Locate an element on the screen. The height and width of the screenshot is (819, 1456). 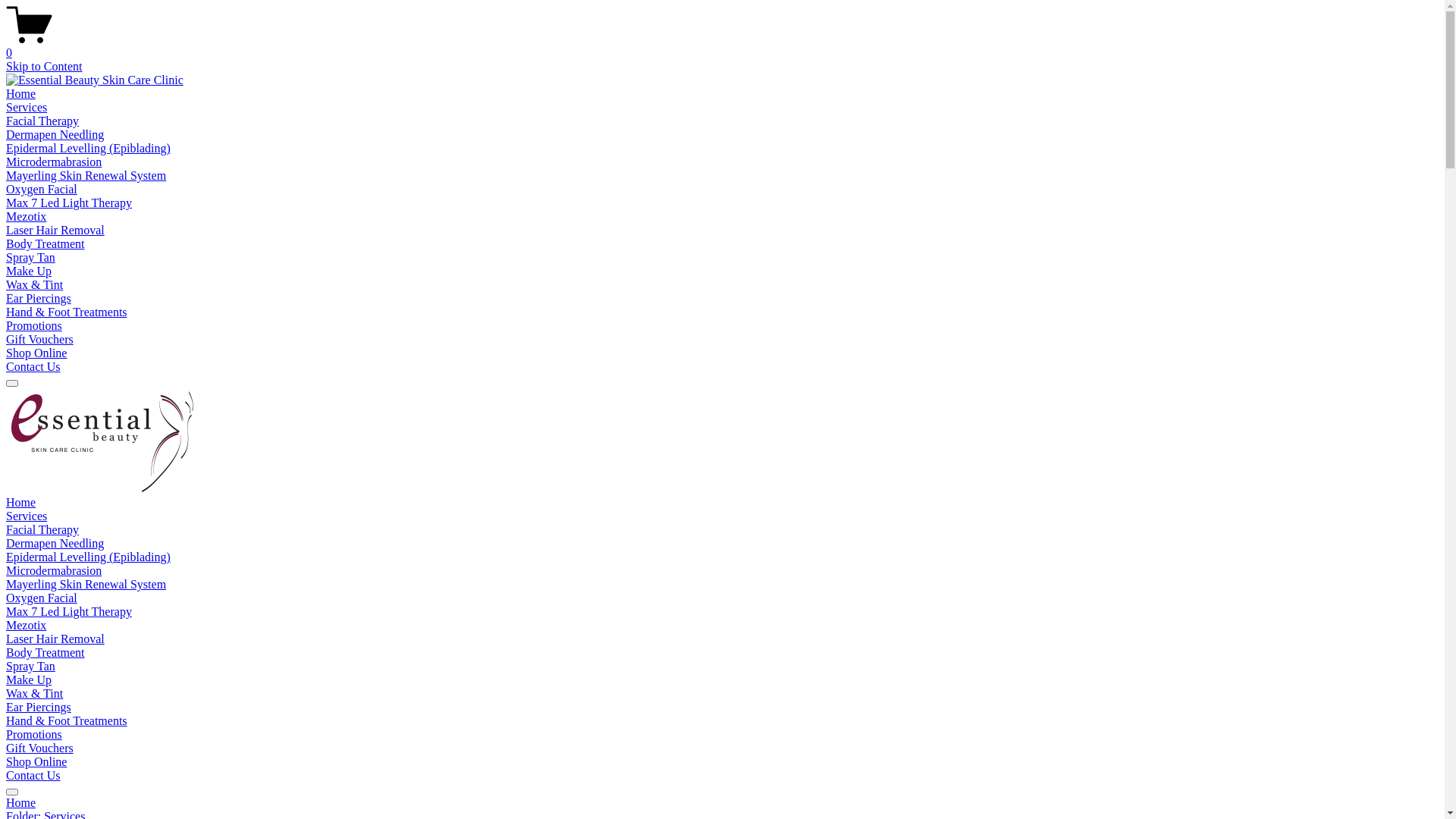
'Facial Therapy' is located at coordinates (42, 529).